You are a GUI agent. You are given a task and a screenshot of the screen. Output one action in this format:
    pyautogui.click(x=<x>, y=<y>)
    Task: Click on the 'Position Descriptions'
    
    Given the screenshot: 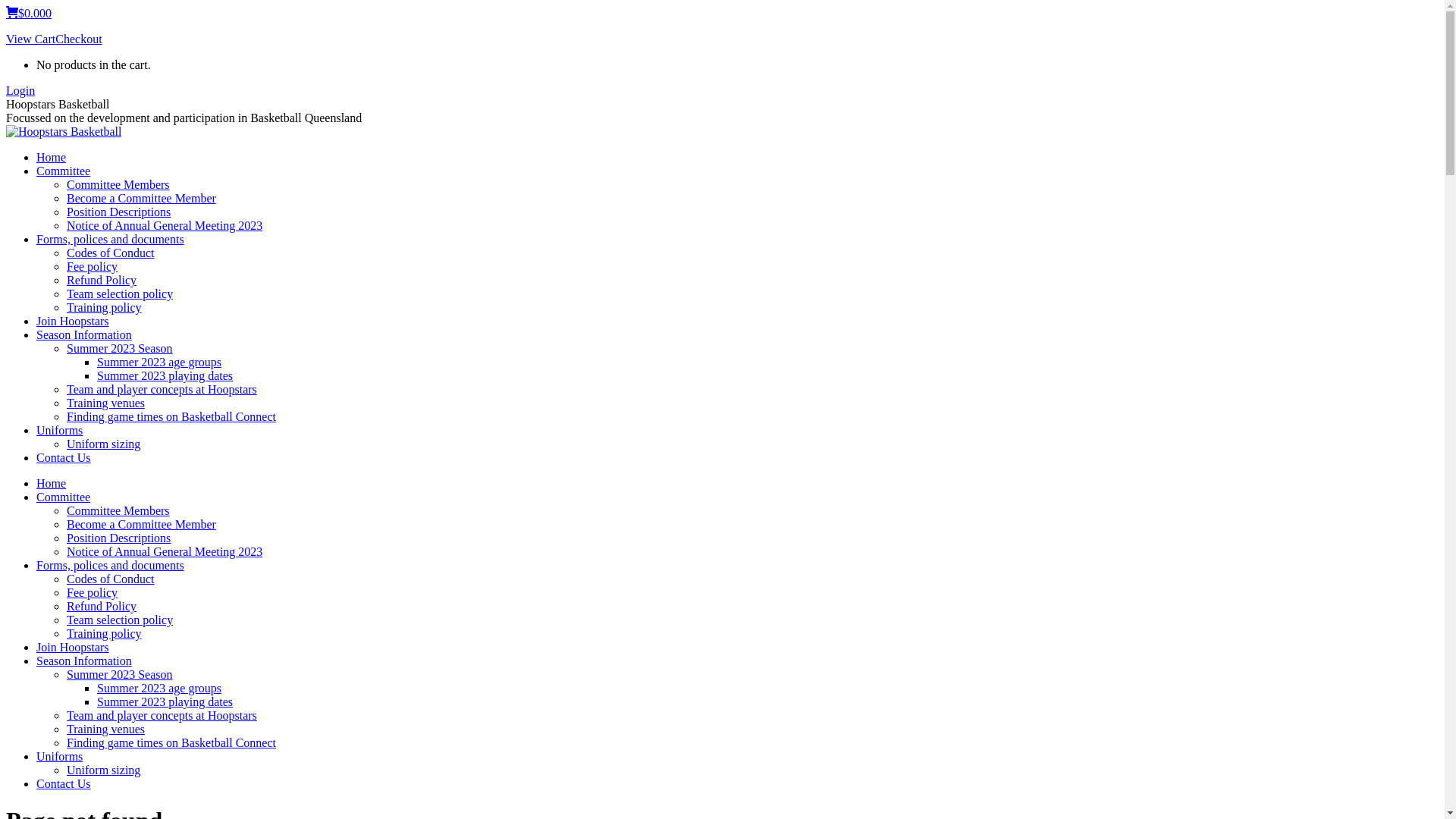 What is the action you would take?
    pyautogui.click(x=118, y=212)
    